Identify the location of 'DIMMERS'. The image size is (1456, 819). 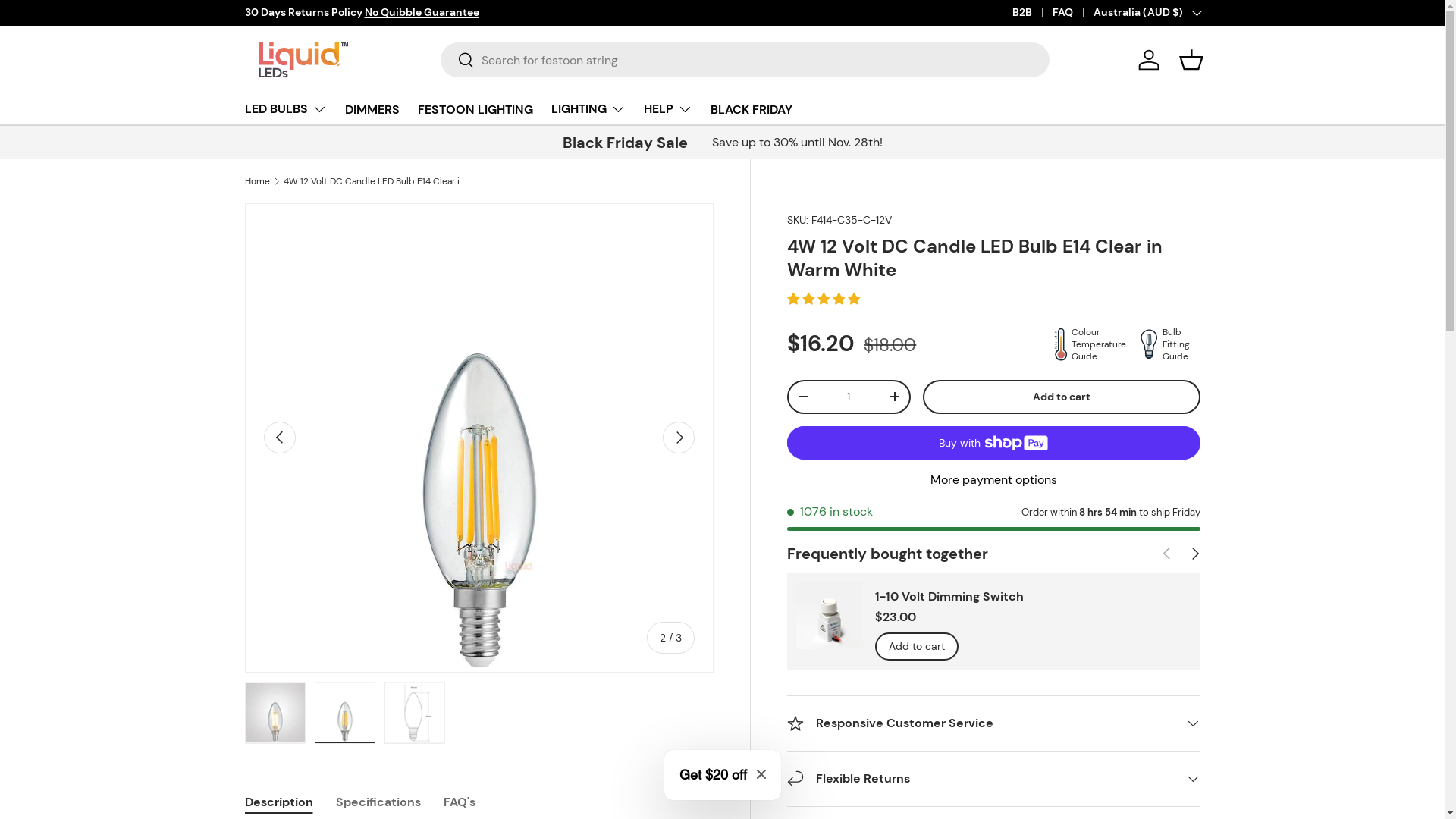
(371, 108).